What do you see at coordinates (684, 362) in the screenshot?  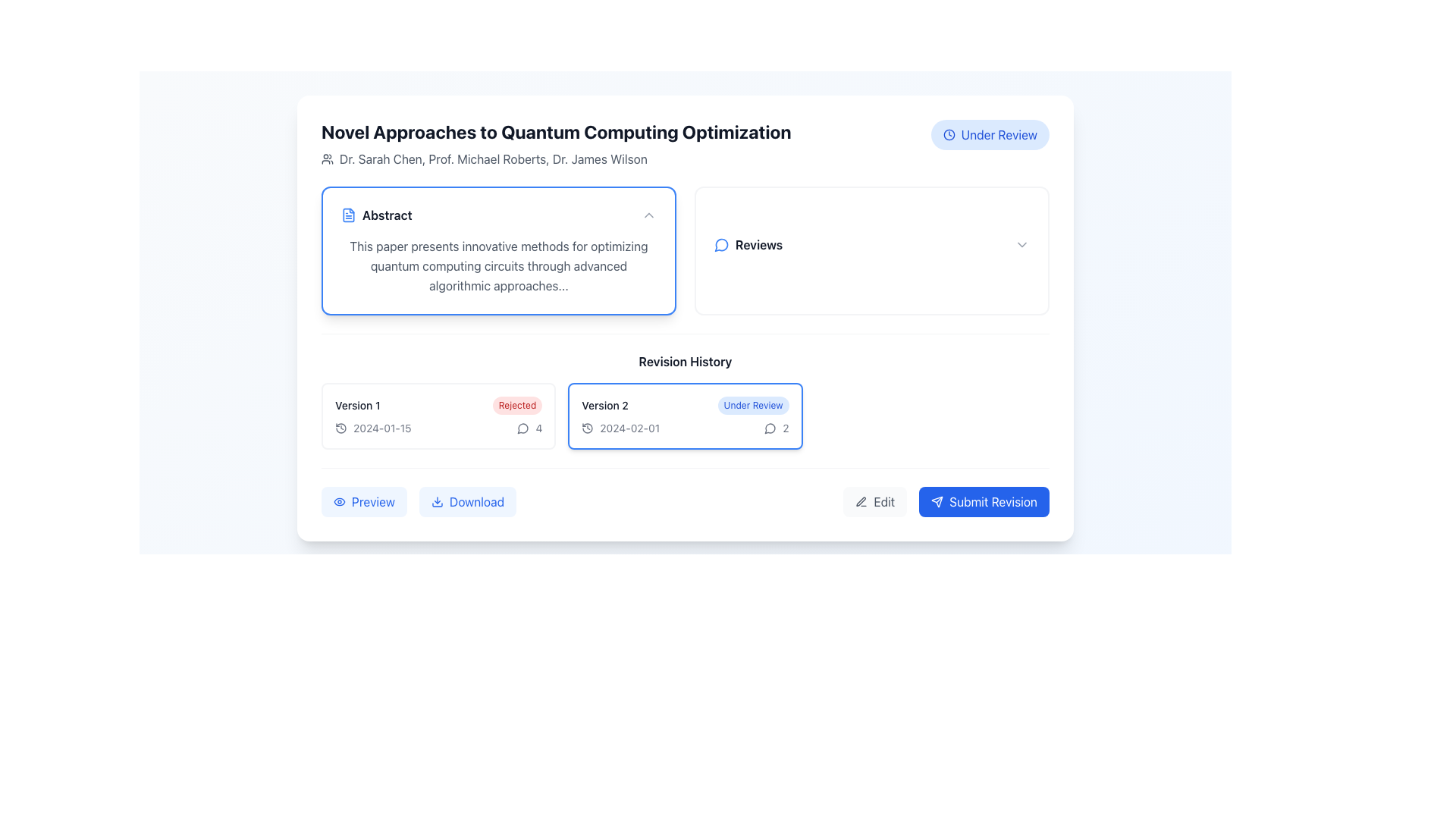 I see `the section` at bounding box center [684, 362].